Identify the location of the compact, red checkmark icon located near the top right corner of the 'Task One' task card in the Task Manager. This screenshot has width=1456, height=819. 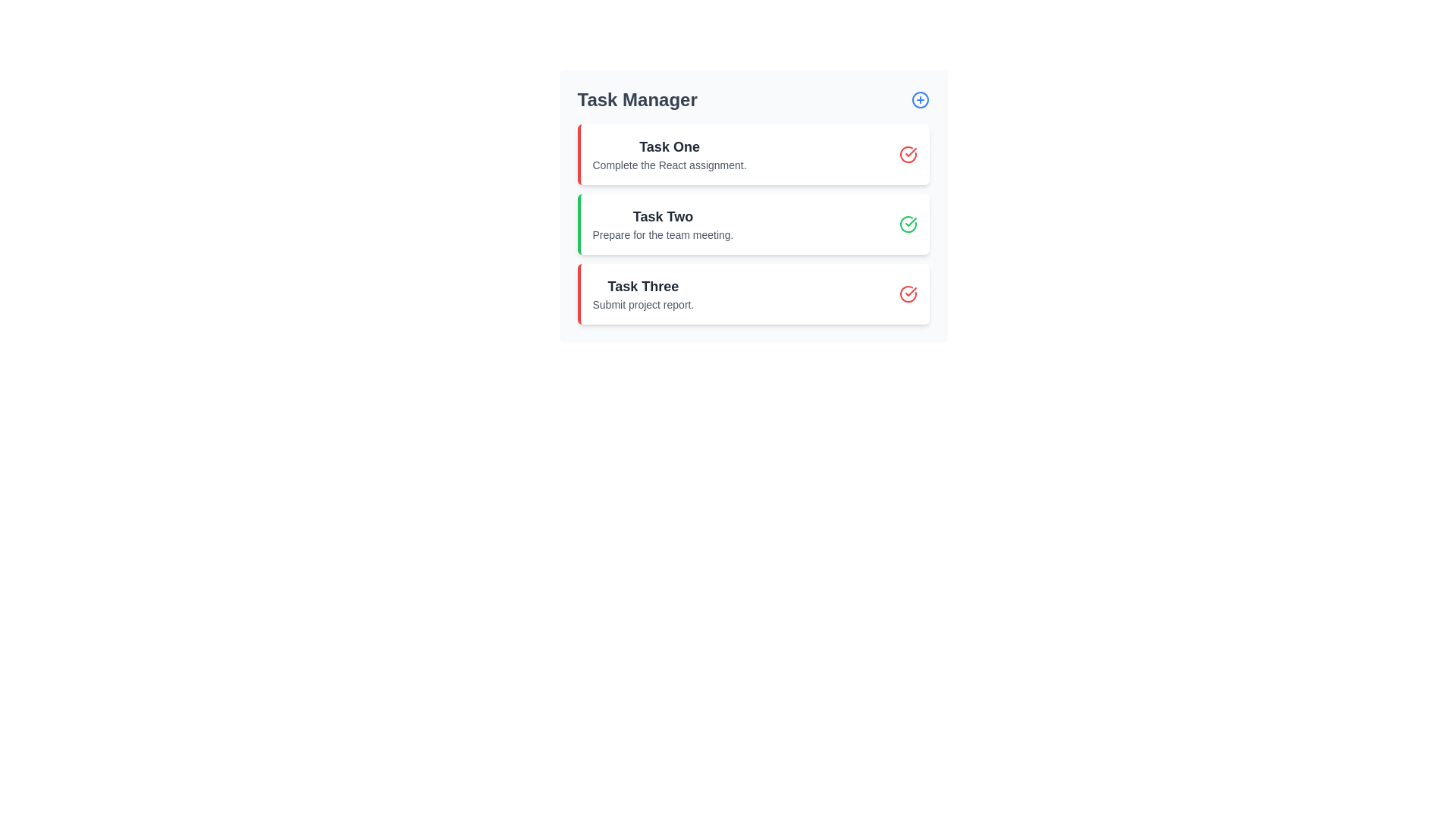
(910, 292).